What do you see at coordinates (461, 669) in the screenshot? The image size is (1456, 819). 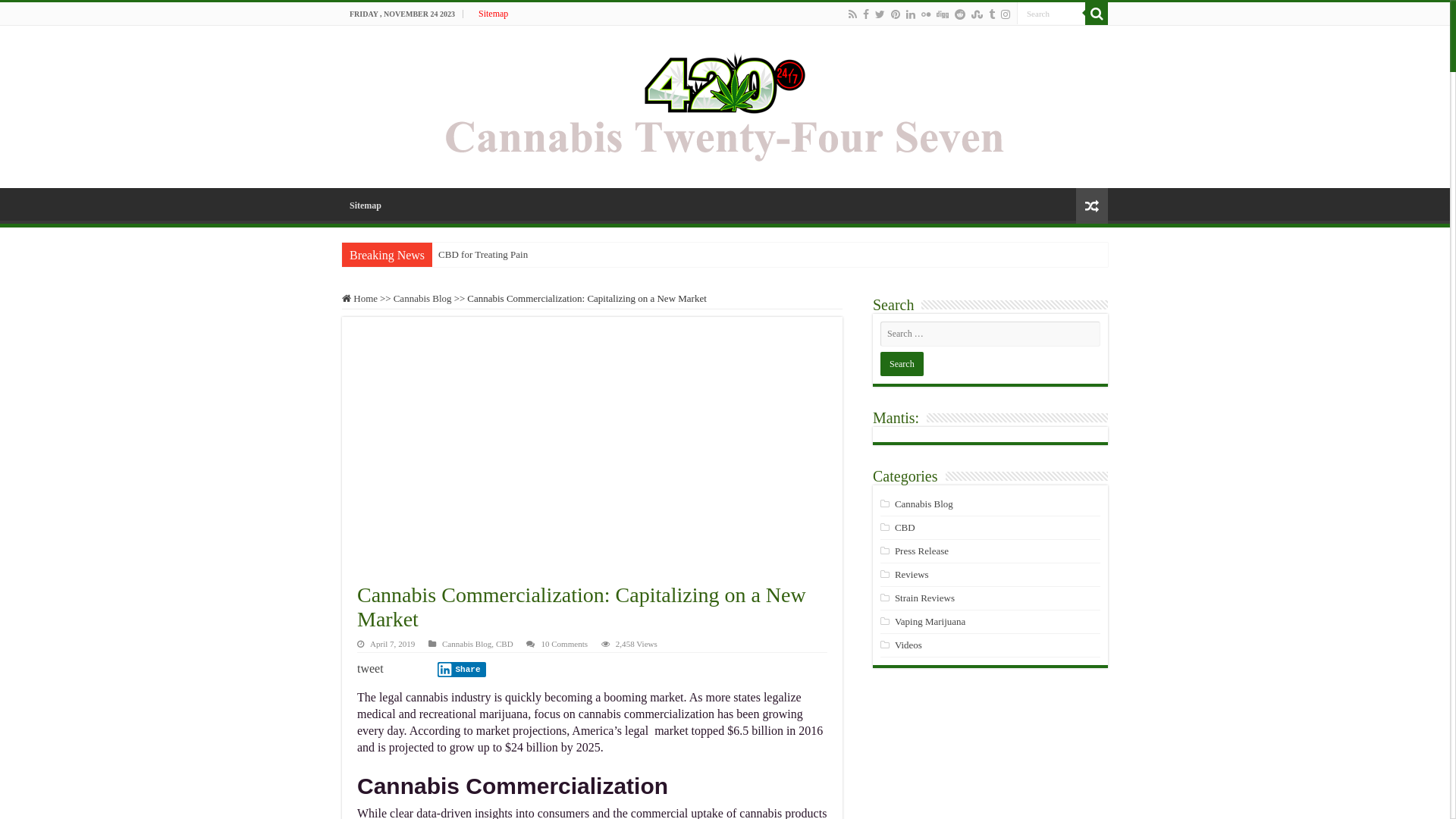 I see `'Share'` at bounding box center [461, 669].